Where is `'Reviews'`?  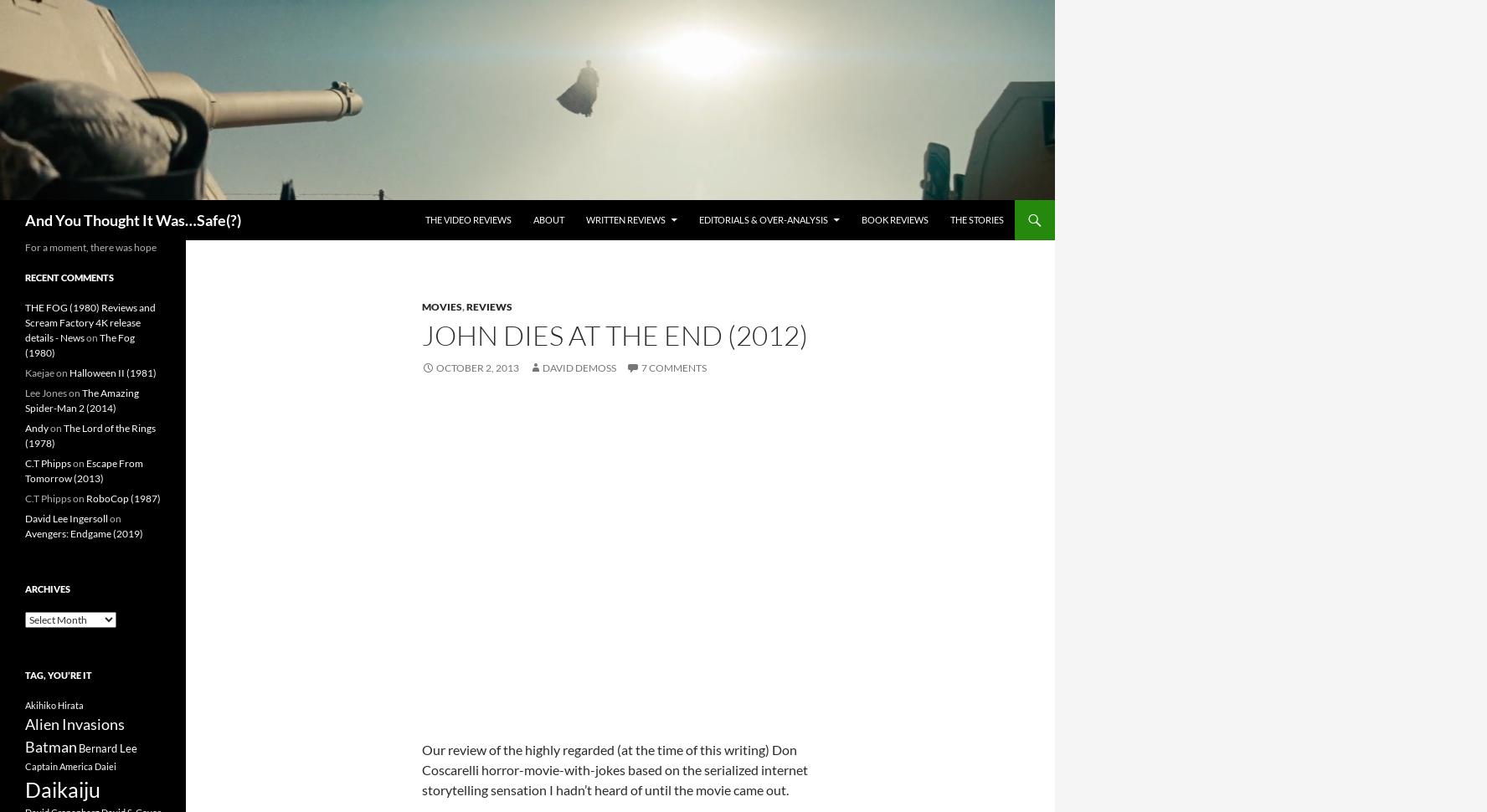
'Reviews' is located at coordinates (489, 306).